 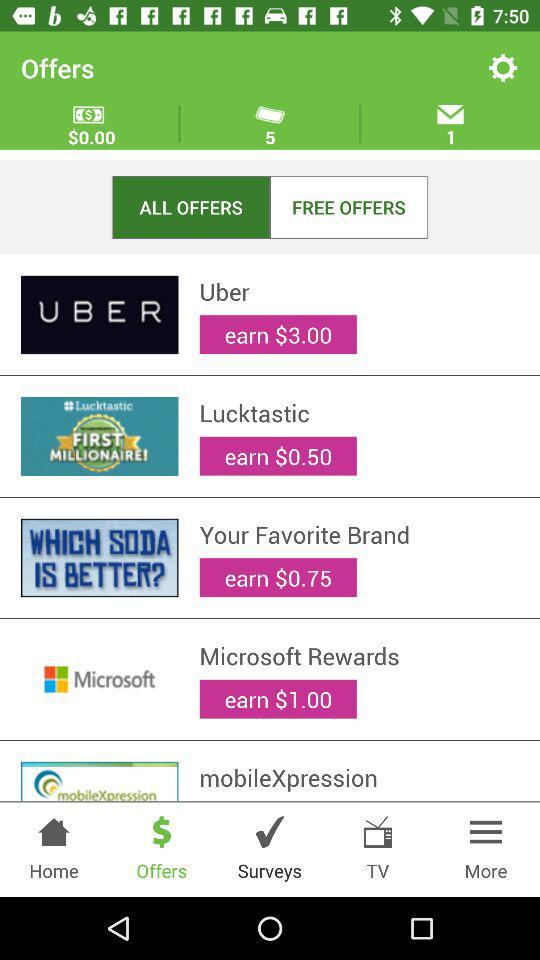 I want to click on the icon above earn $3.00 icon, so click(x=358, y=776).